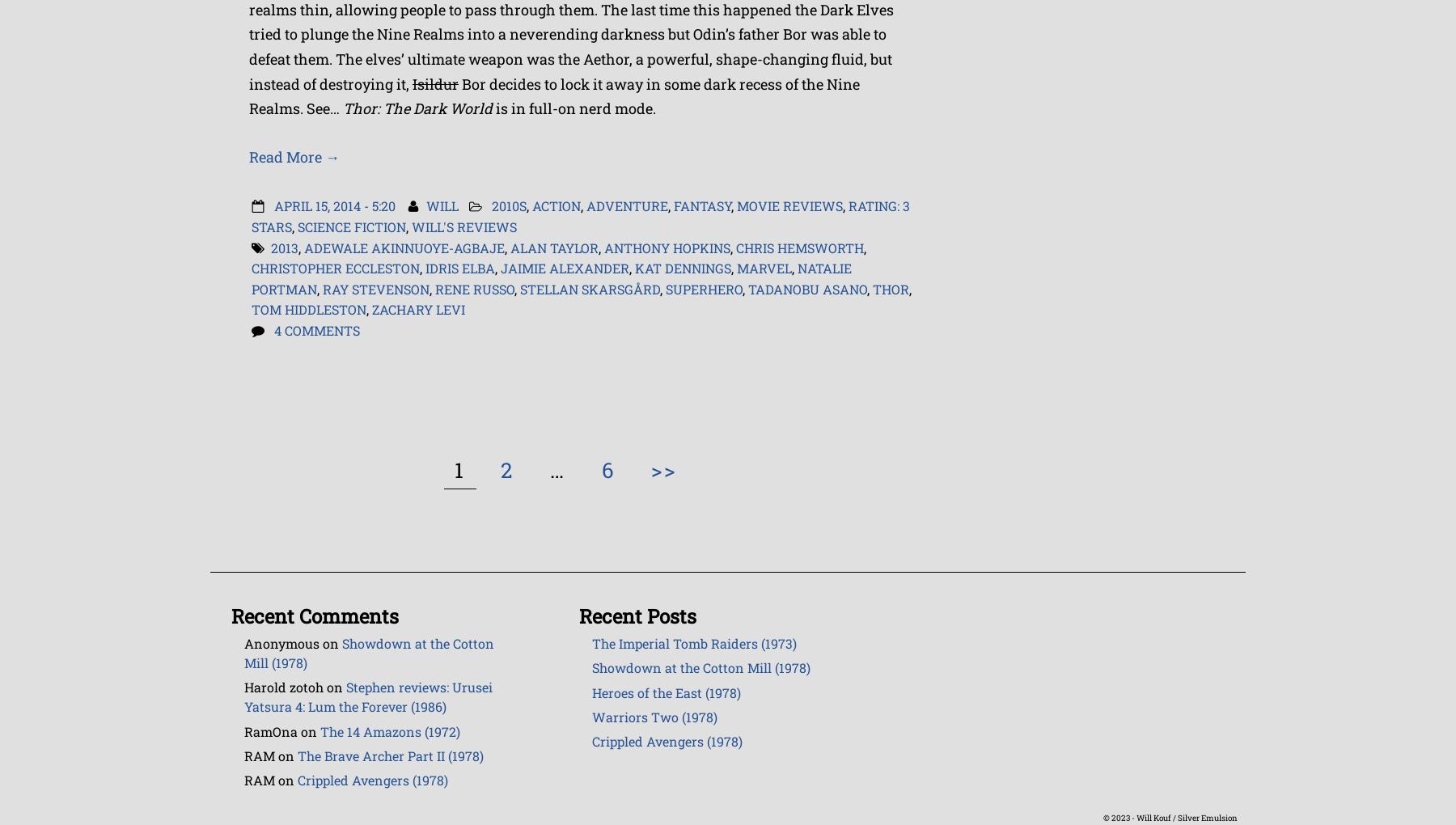 Image resolution: width=1456 pixels, height=825 pixels. What do you see at coordinates (459, 469) in the screenshot?
I see `'1'` at bounding box center [459, 469].